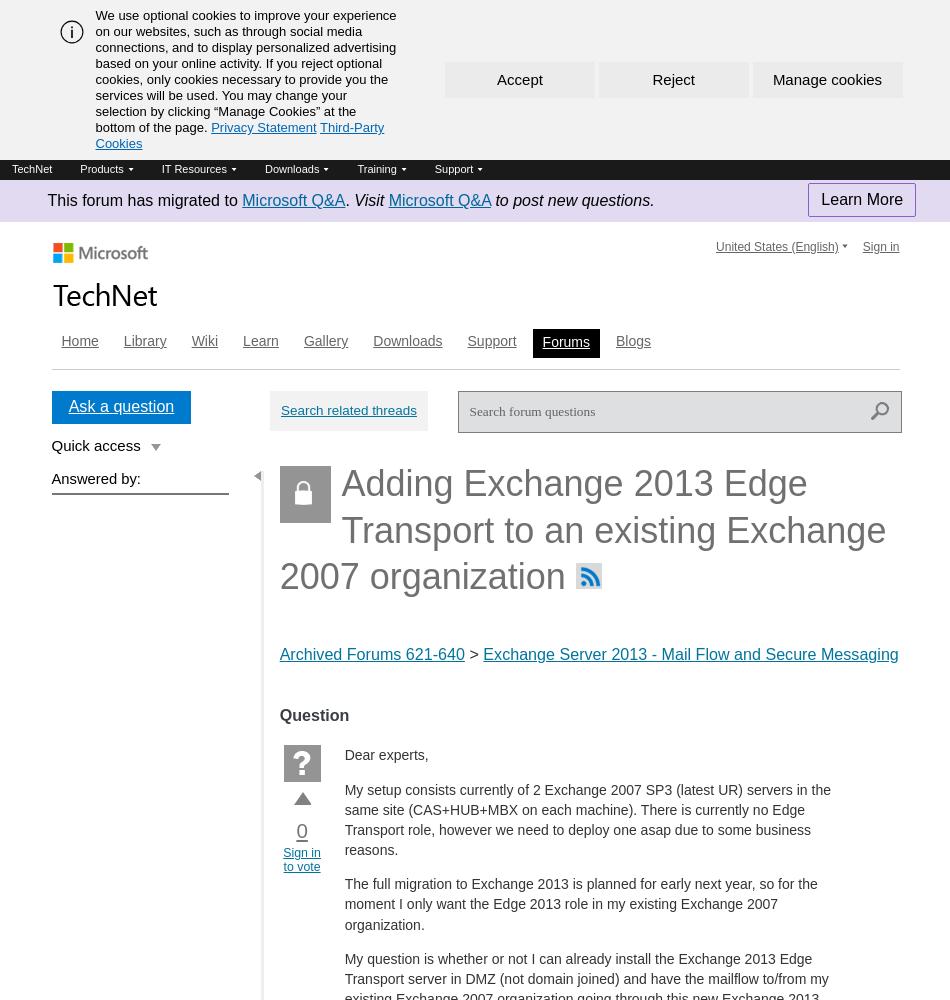 The height and width of the screenshot is (1000, 950). What do you see at coordinates (776, 246) in the screenshot?
I see `'United States (English)'` at bounding box center [776, 246].